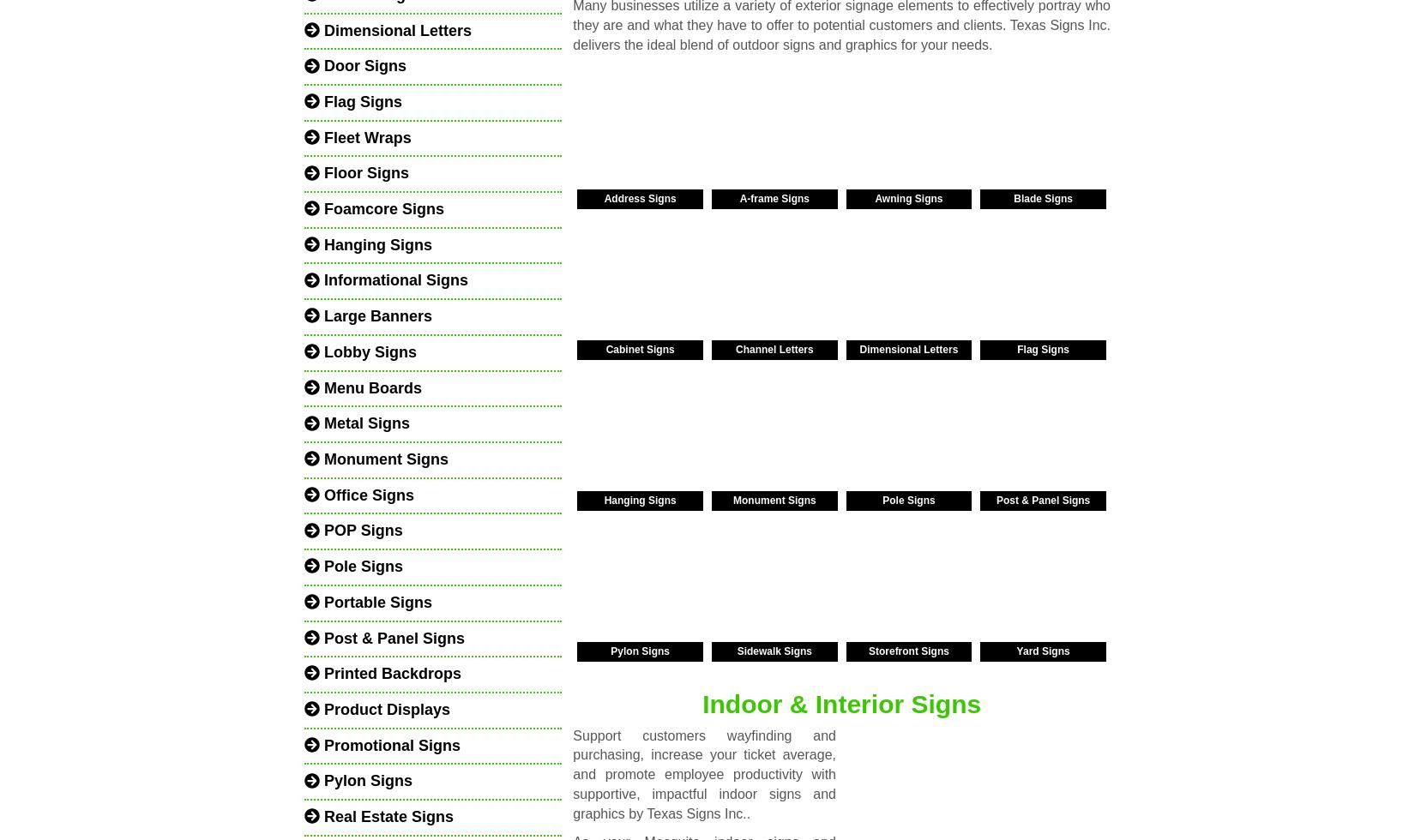  Describe the element at coordinates (389, 744) in the screenshot. I see `'Promotional Signs'` at that location.